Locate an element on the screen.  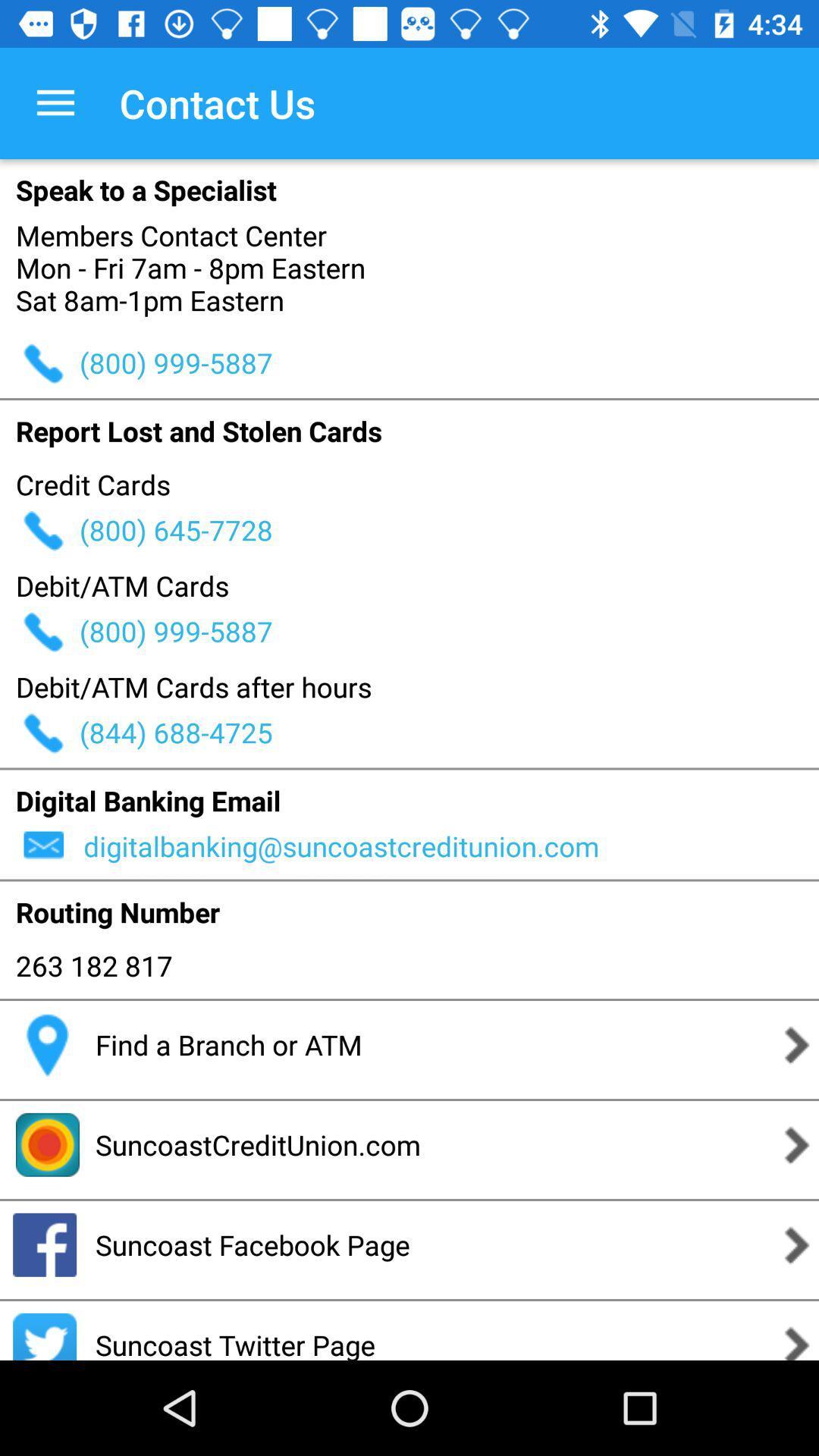
digitalbanking@suncoastcreditunion.com is located at coordinates (448, 846).